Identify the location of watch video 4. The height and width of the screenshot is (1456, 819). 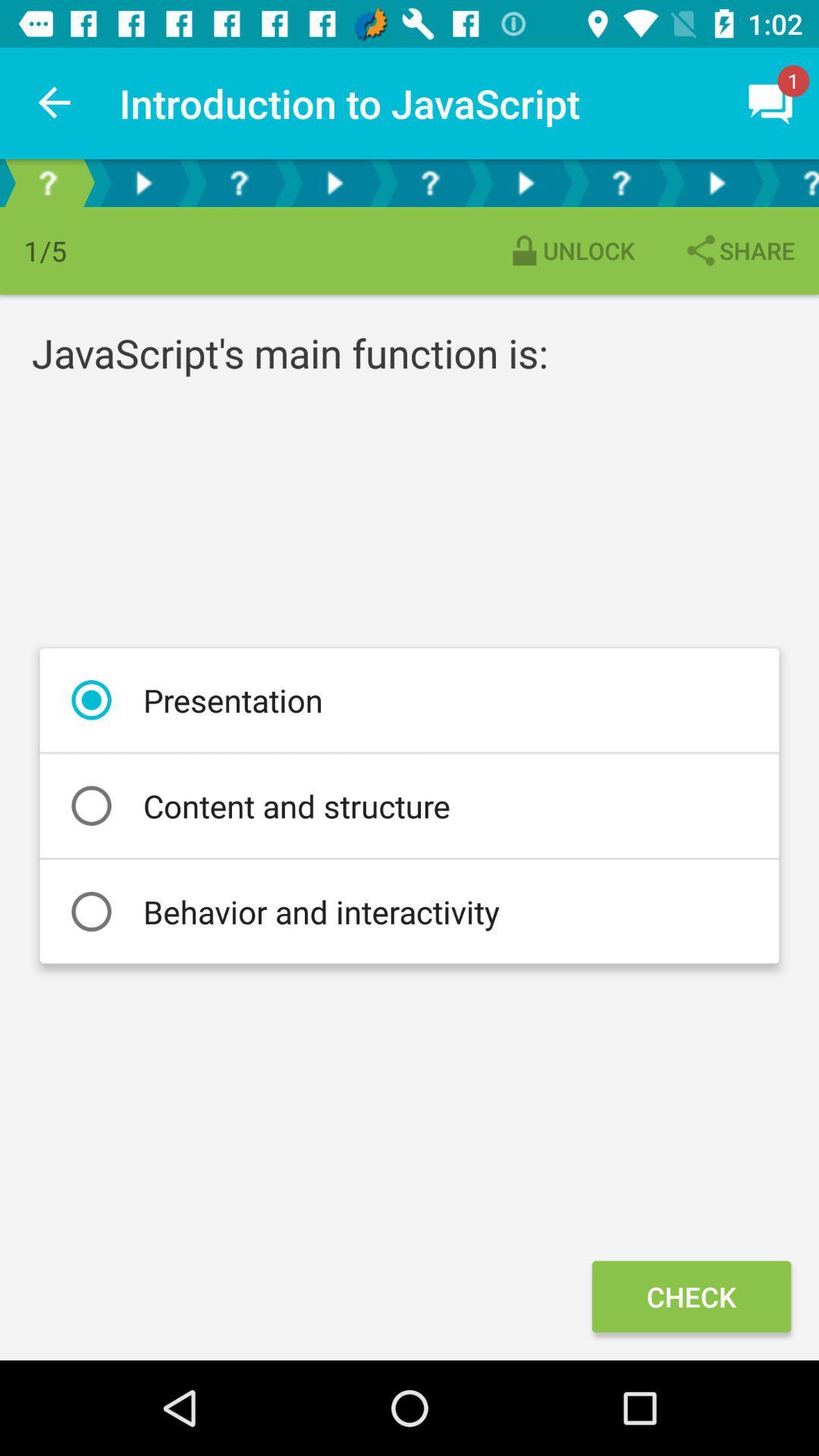
(717, 182).